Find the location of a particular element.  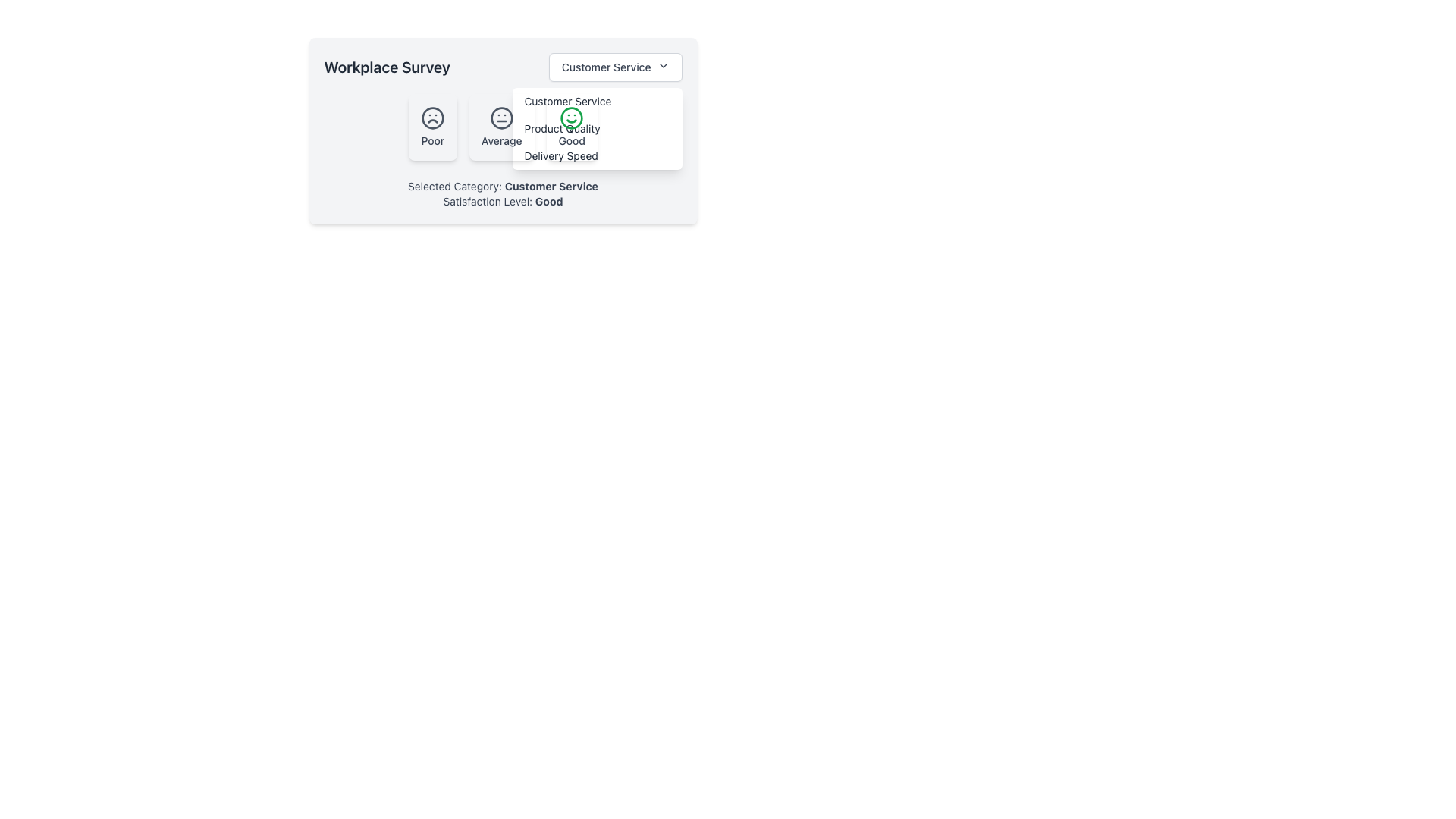

the 'Customer Service' text label, which indicates the current category selection and is positioned near the bottom of the interface, above 'Satisfaction Level: Good' is located at coordinates (503, 186).